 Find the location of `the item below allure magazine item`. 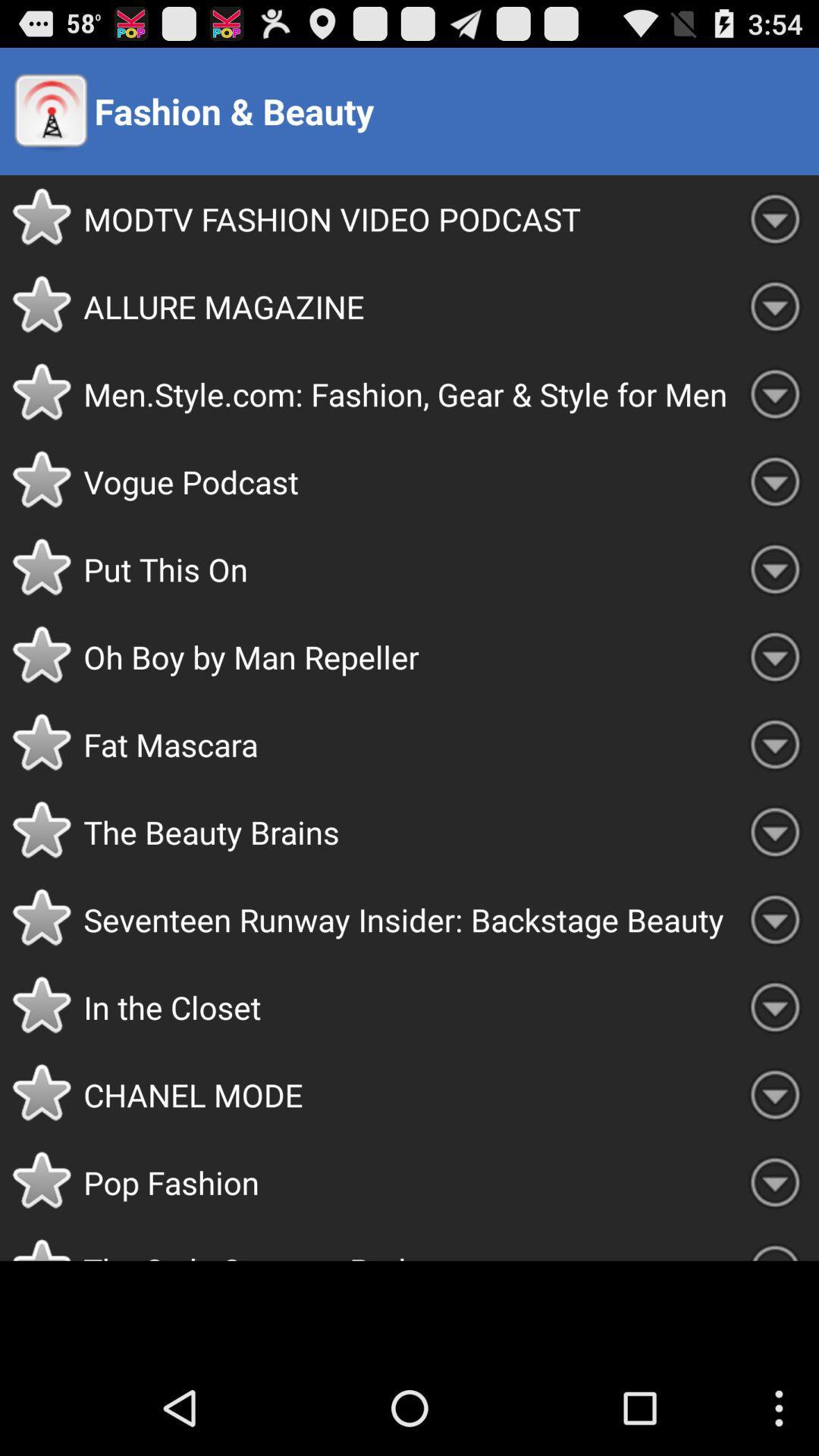

the item below allure magazine item is located at coordinates (406, 394).